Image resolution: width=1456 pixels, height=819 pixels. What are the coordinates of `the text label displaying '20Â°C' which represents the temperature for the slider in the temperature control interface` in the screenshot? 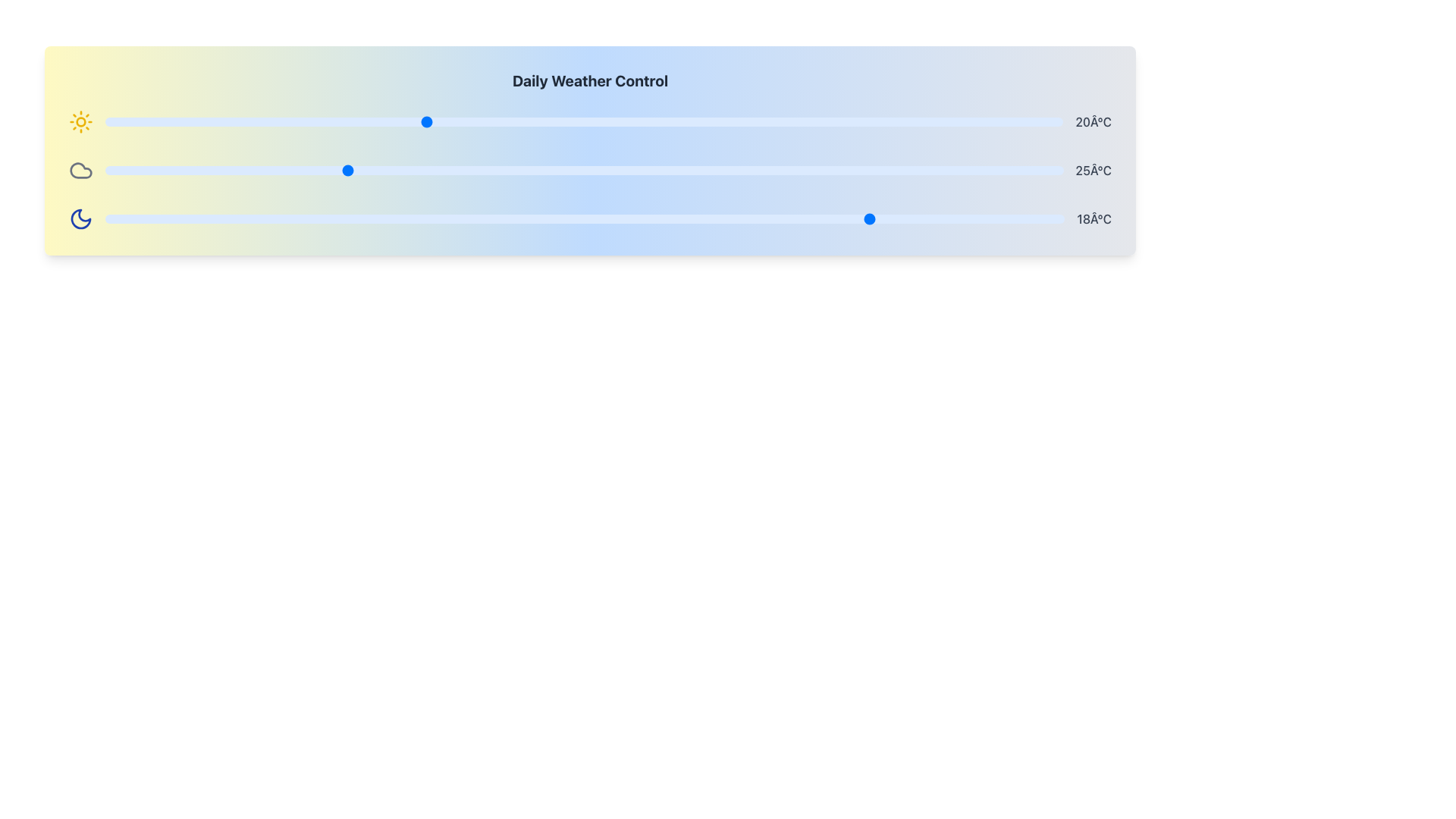 It's located at (1094, 121).